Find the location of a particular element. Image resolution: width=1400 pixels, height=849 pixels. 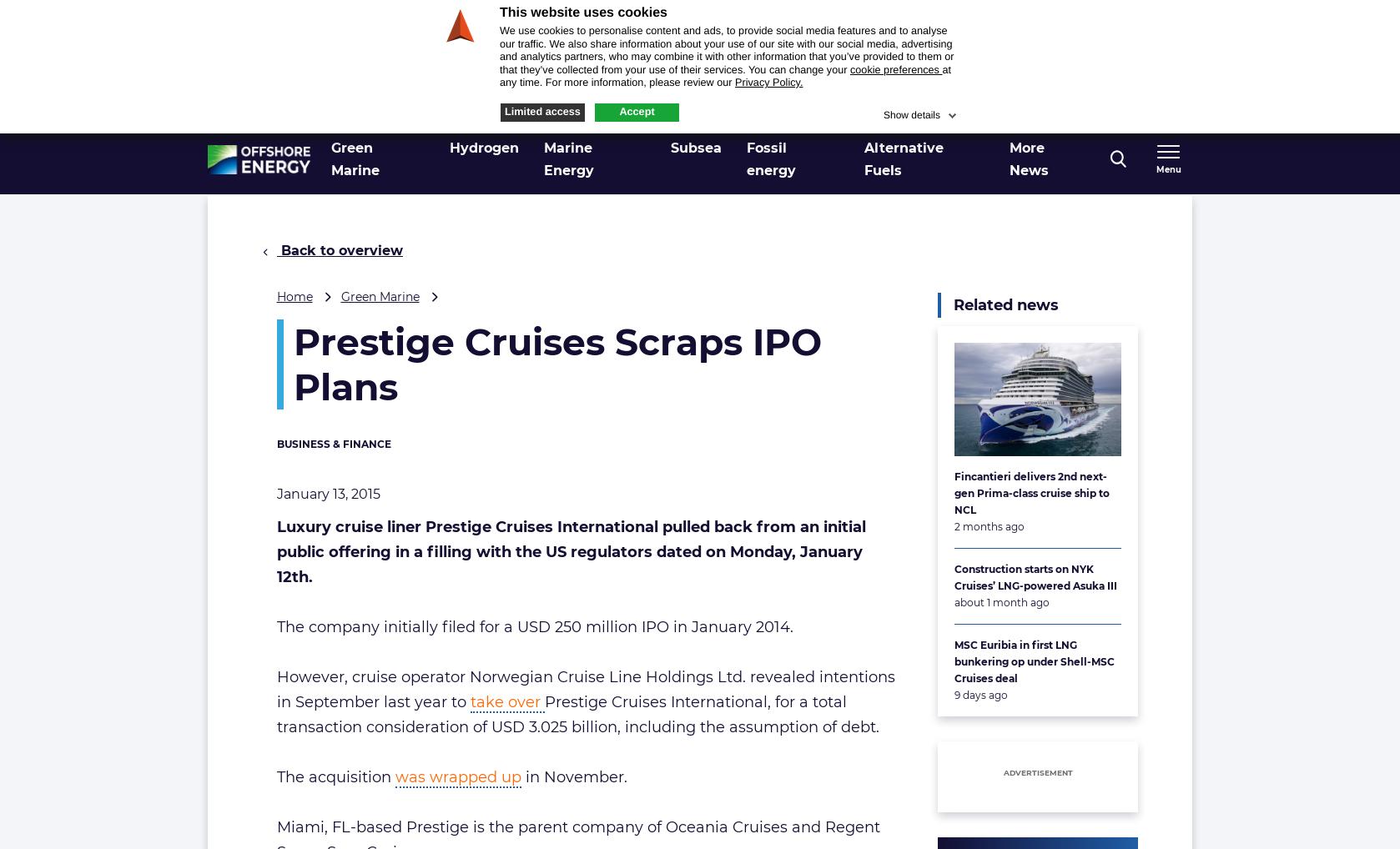

'Home' is located at coordinates (294, 295).